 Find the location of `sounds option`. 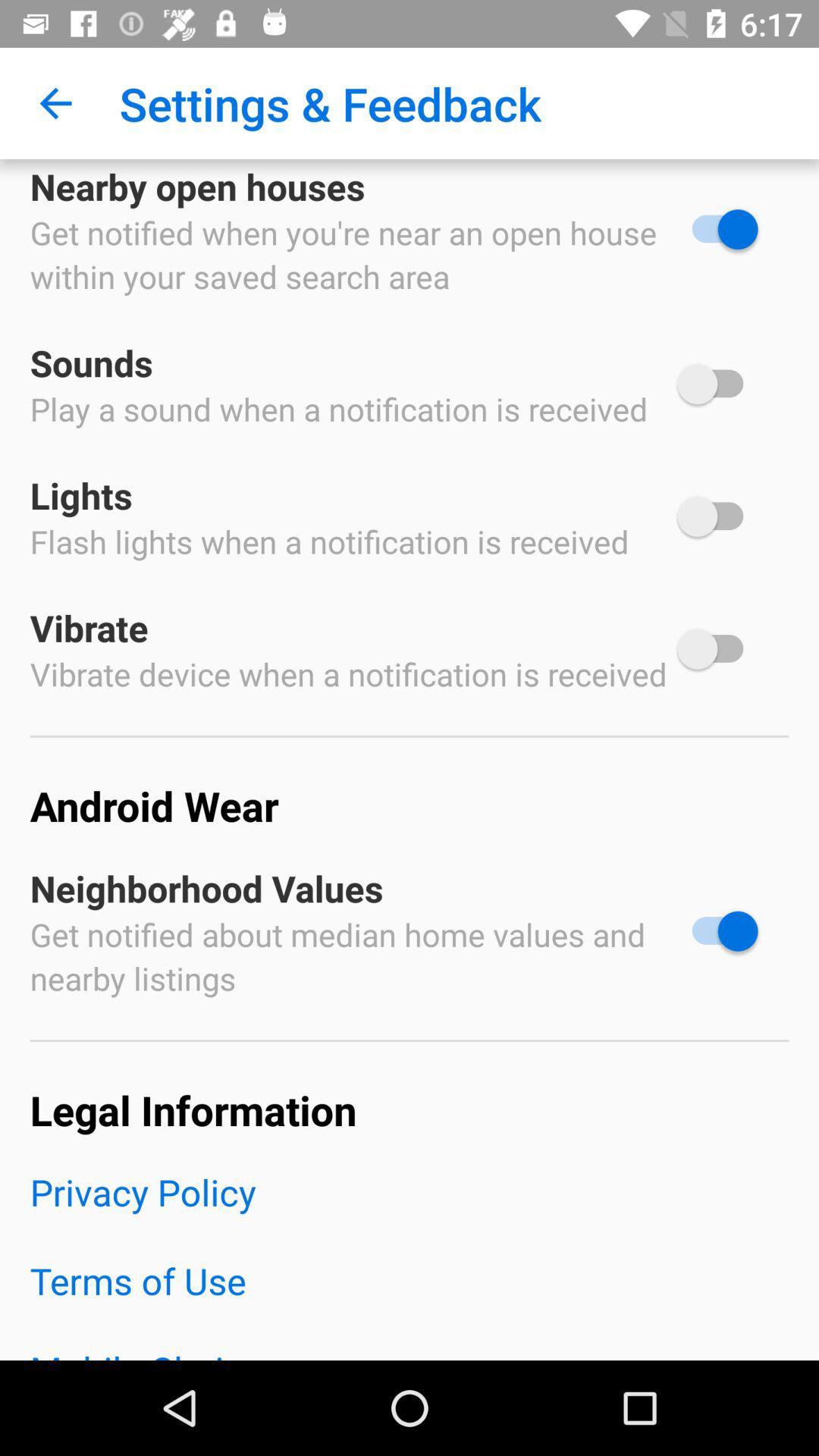

sounds option is located at coordinates (717, 384).